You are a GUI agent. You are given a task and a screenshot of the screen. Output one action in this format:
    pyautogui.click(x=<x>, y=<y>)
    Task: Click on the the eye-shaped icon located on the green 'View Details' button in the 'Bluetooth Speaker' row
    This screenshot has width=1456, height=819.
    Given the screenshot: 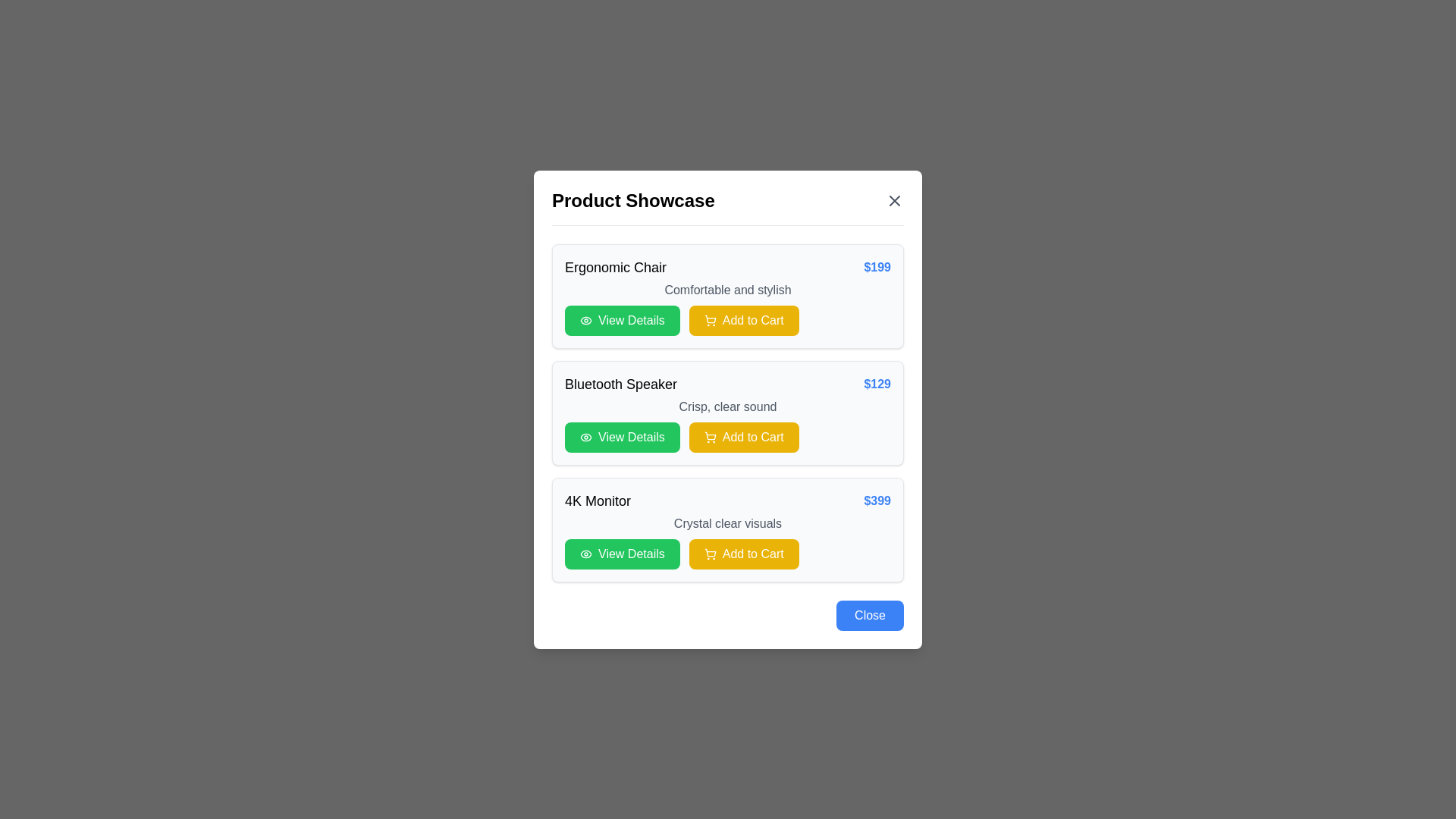 What is the action you would take?
    pyautogui.click(x=585, y=437)
    